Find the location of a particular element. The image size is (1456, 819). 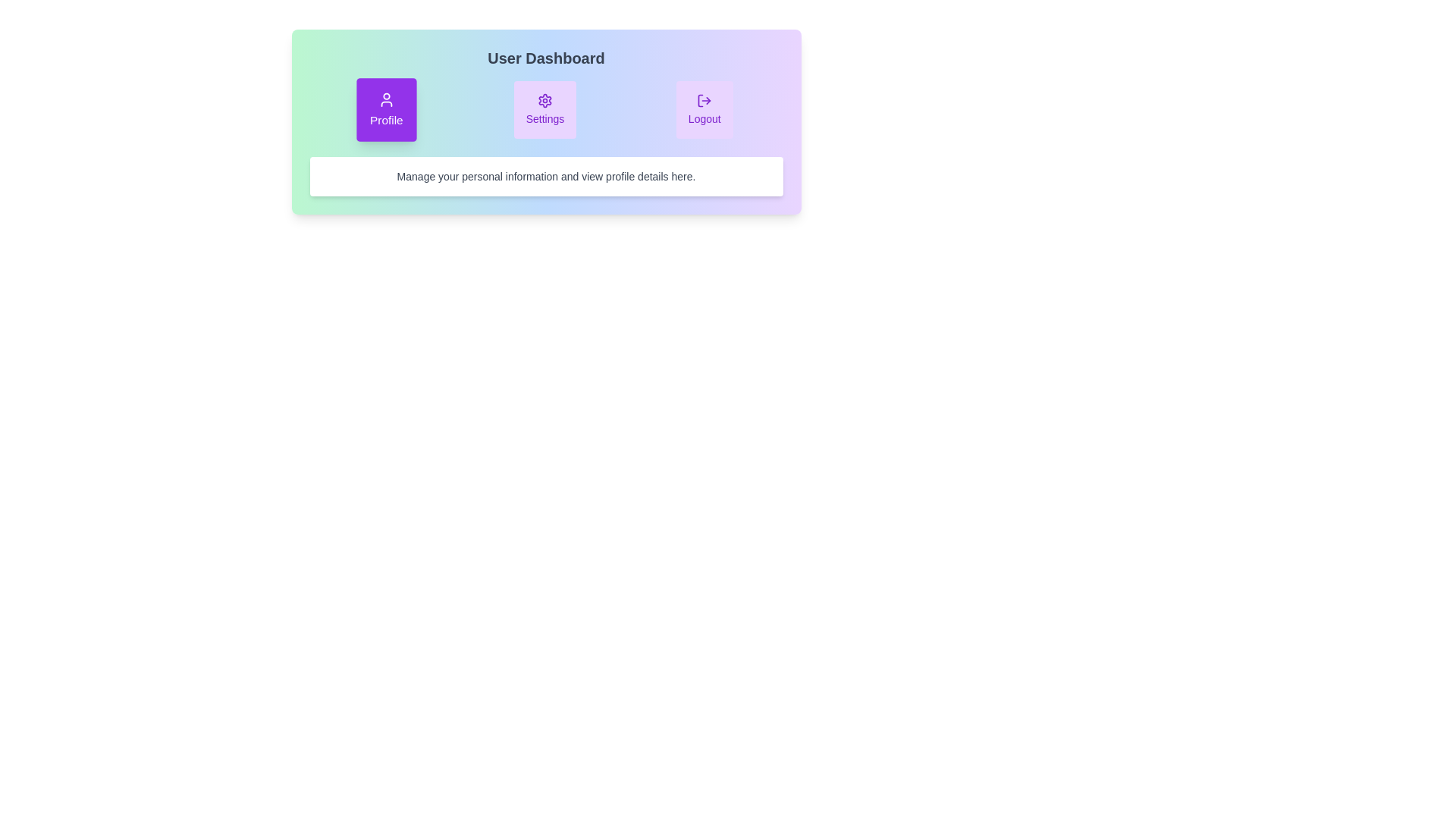

the Settings tab by clicking on it is located at coordinates (545, 109).